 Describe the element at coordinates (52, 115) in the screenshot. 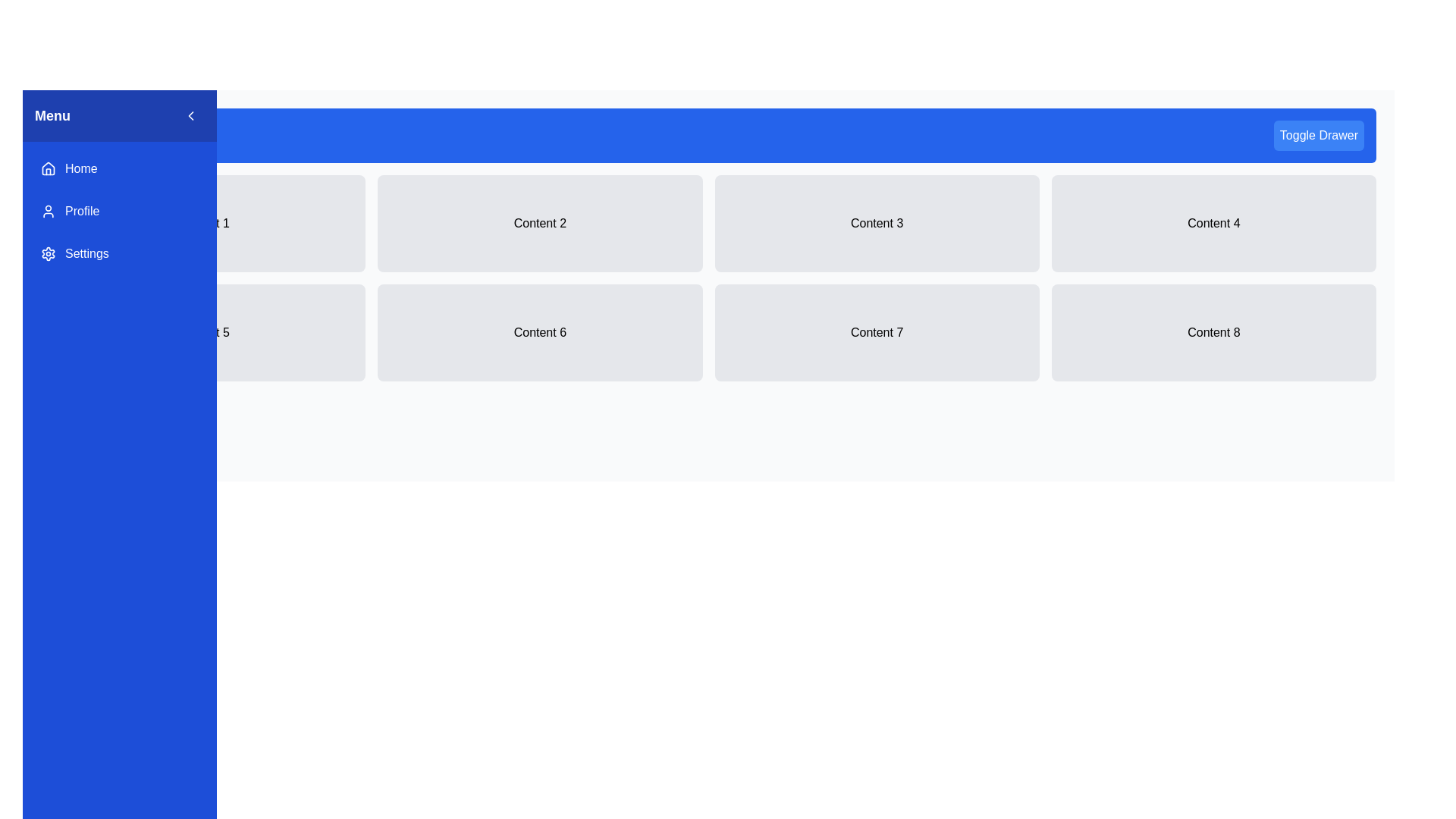

I see `the 'Menu' text label, which is a bold, large-sized white label located in the upper-left corner of the sidebar menu against a deep blue background` at that location.